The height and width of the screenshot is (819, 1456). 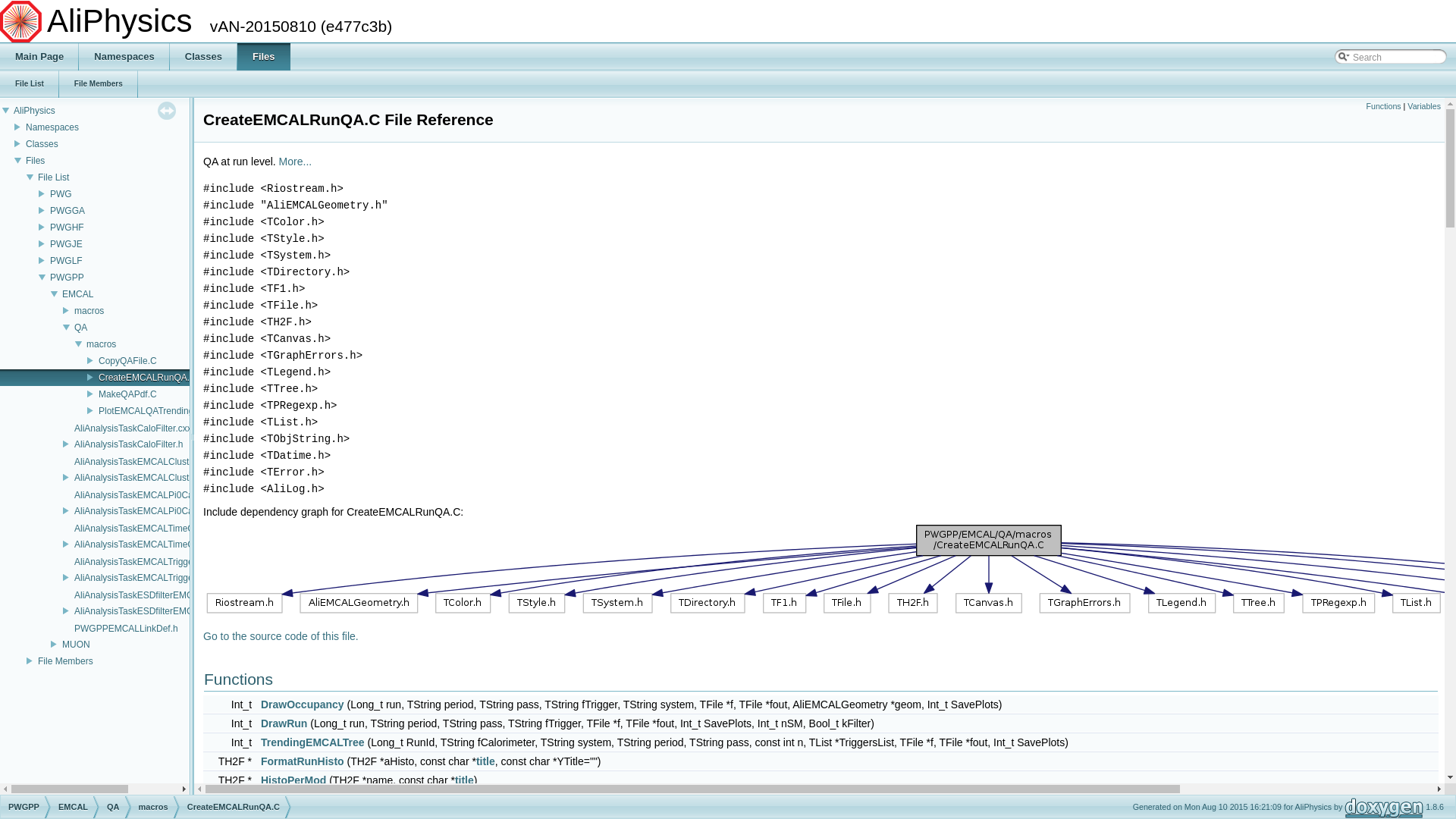 What do you see at coordinates (149, 461) in the screenshot?
I see `'AliAnalysisTaskEMCALClusterize.cxx'` at bounding box center [149, 461].